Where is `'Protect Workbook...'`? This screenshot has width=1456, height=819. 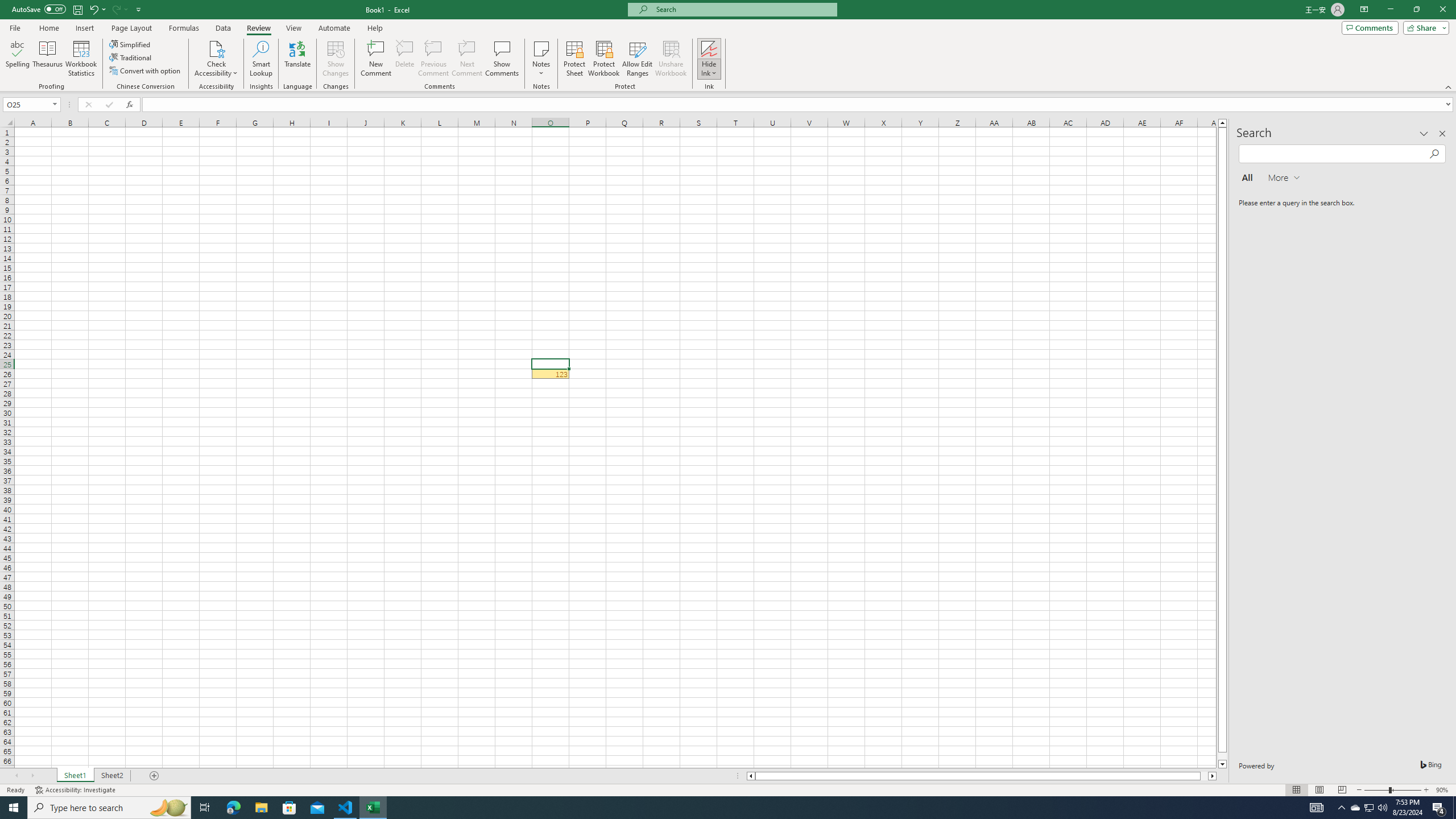
'Protect Workbook...' is located at coordinates (603, 59).